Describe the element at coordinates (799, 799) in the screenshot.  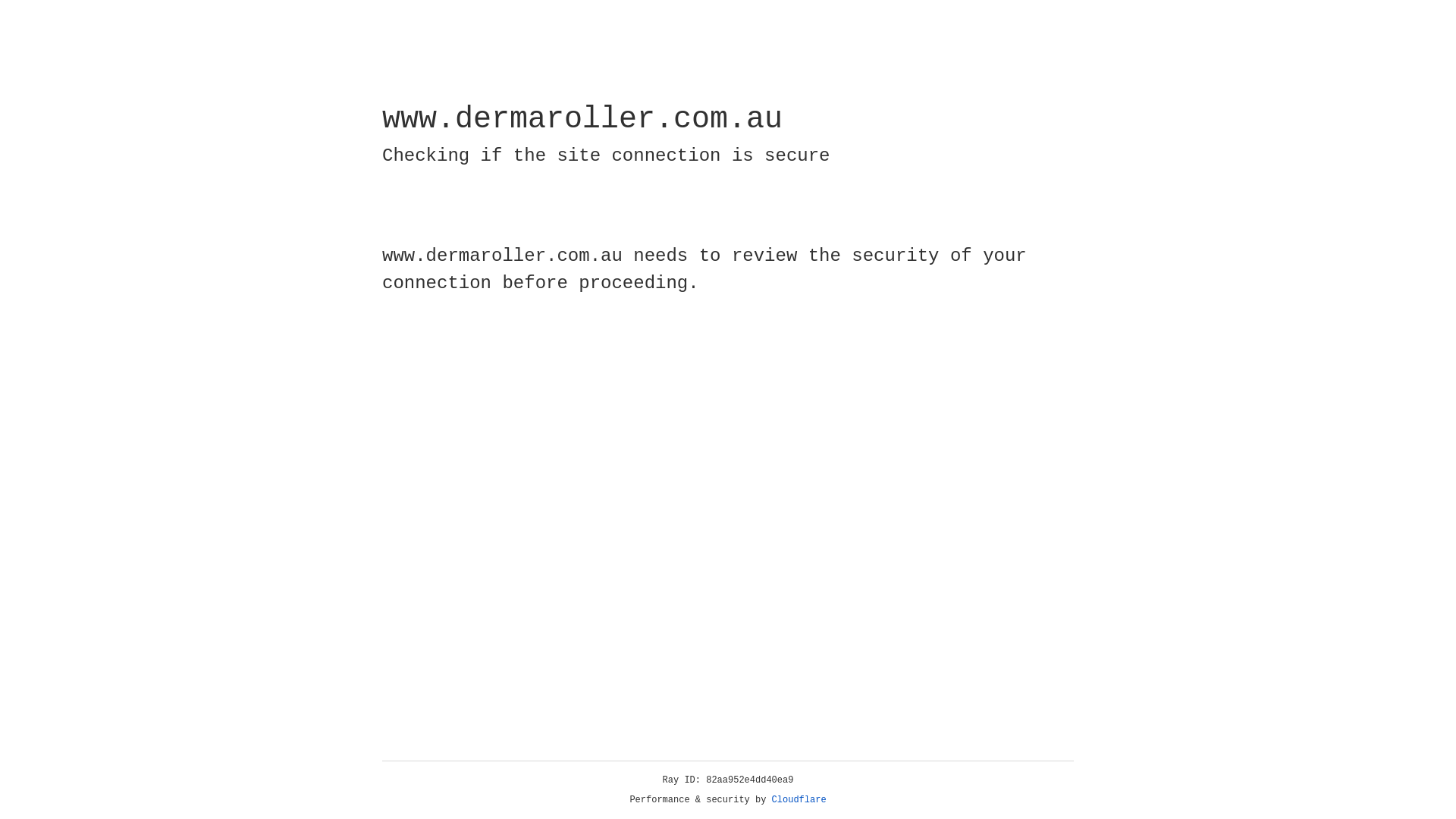
I see `'Cloudflare'` at that location.